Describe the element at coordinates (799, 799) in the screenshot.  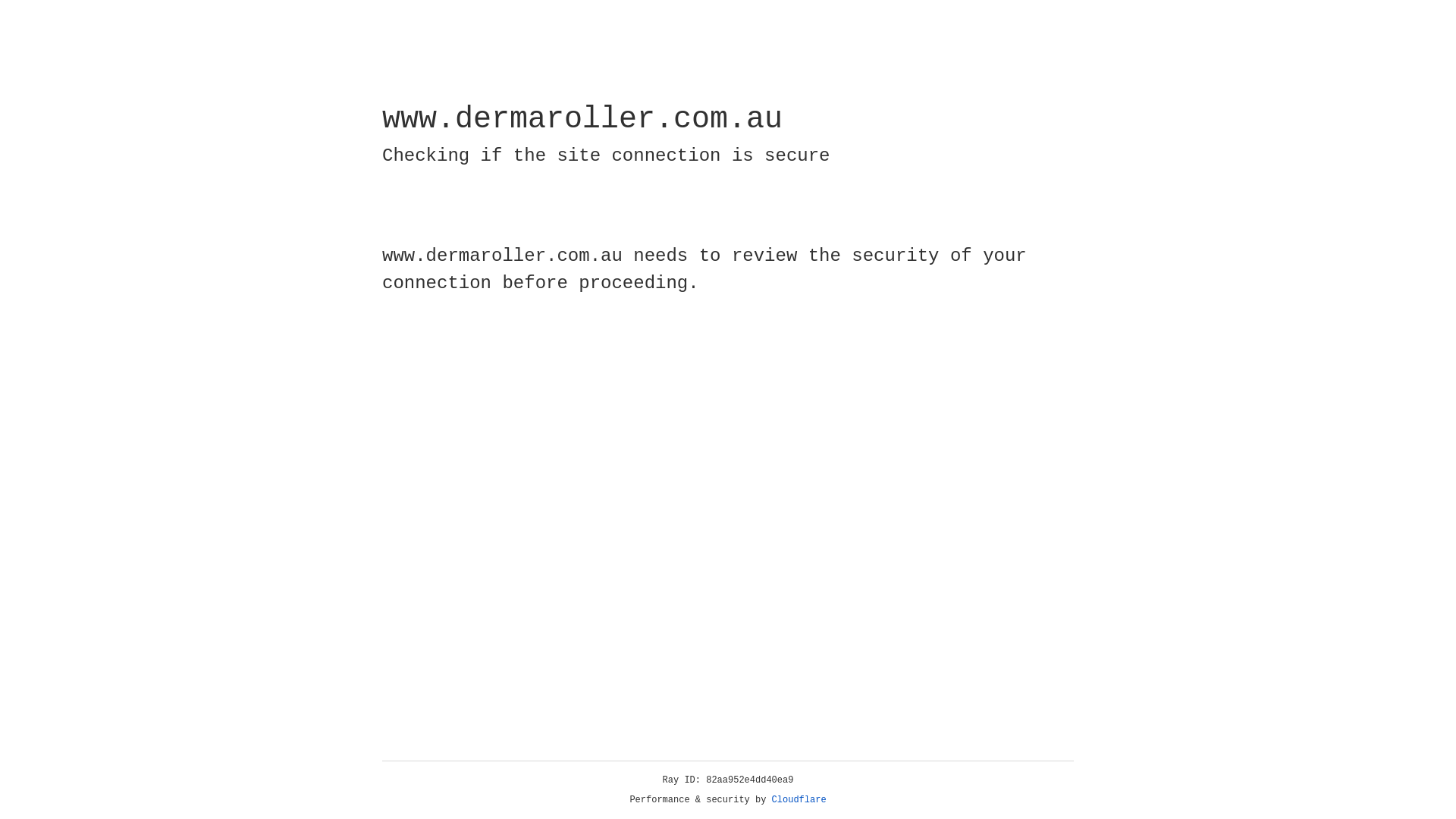
I see `'Cloudflare'` at that location.